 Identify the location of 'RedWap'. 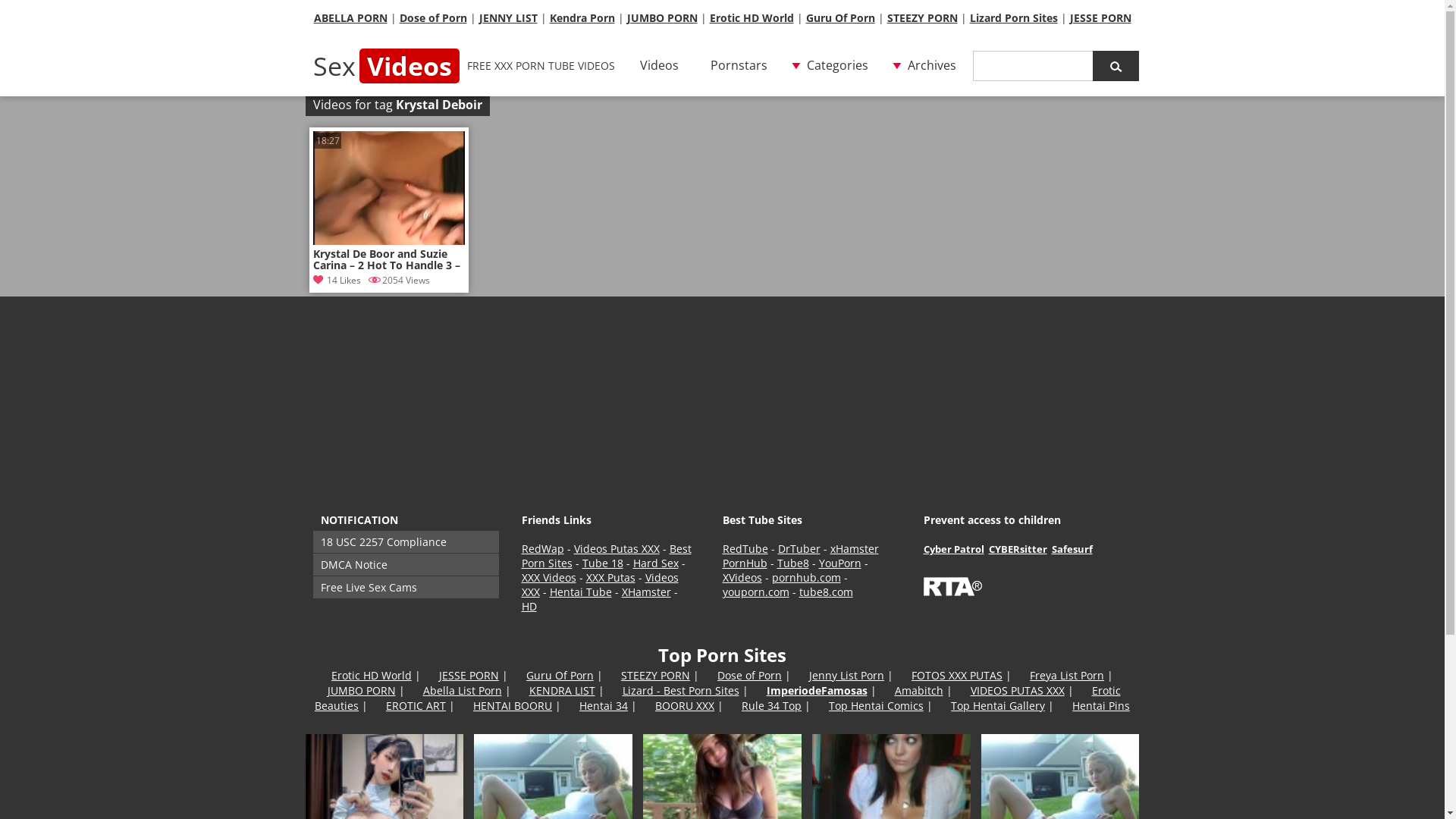
(521, 548).